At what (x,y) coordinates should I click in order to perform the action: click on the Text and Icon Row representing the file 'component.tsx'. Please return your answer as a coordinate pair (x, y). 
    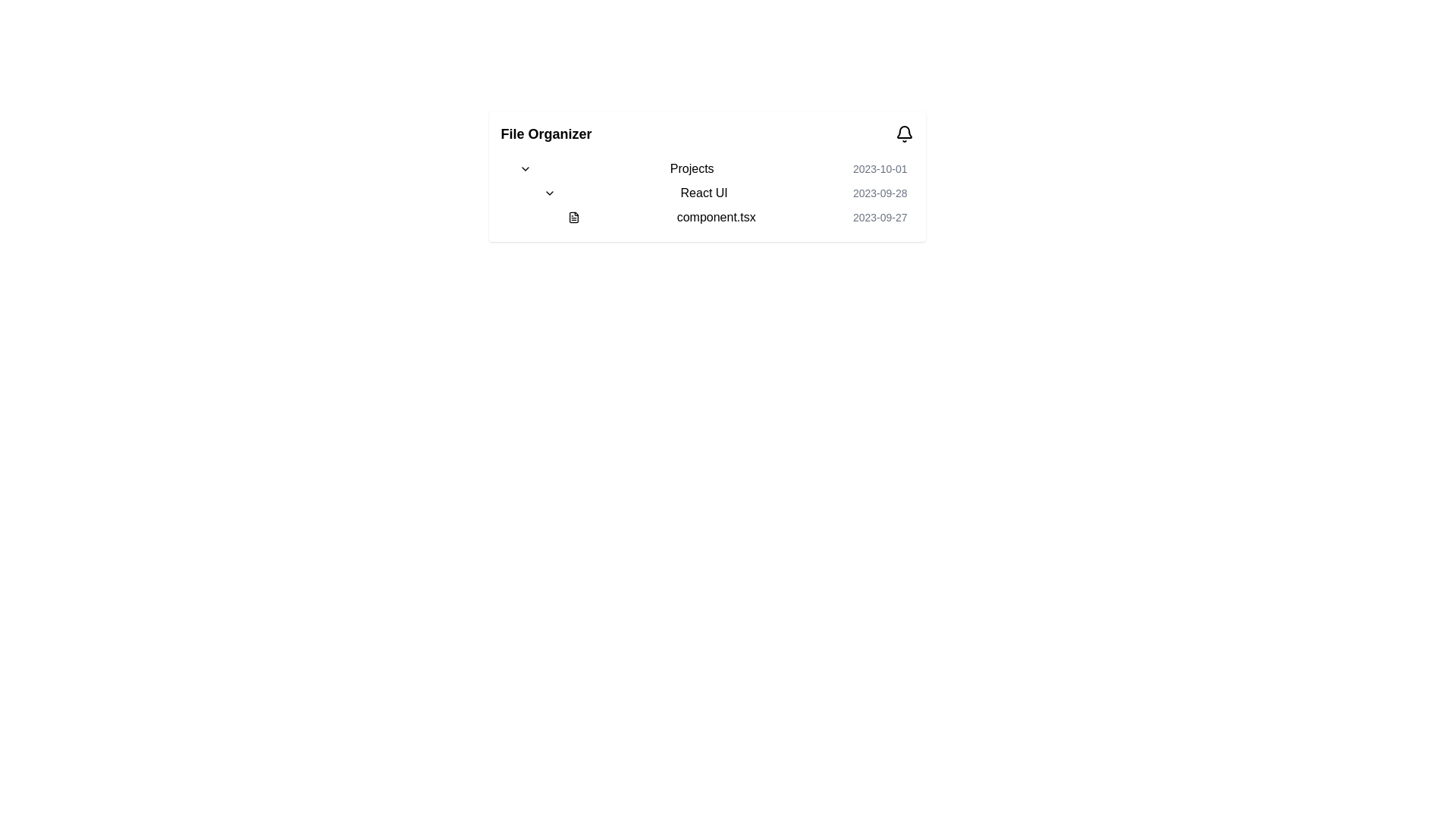
    Looking at the image, I should click on (731, 217).